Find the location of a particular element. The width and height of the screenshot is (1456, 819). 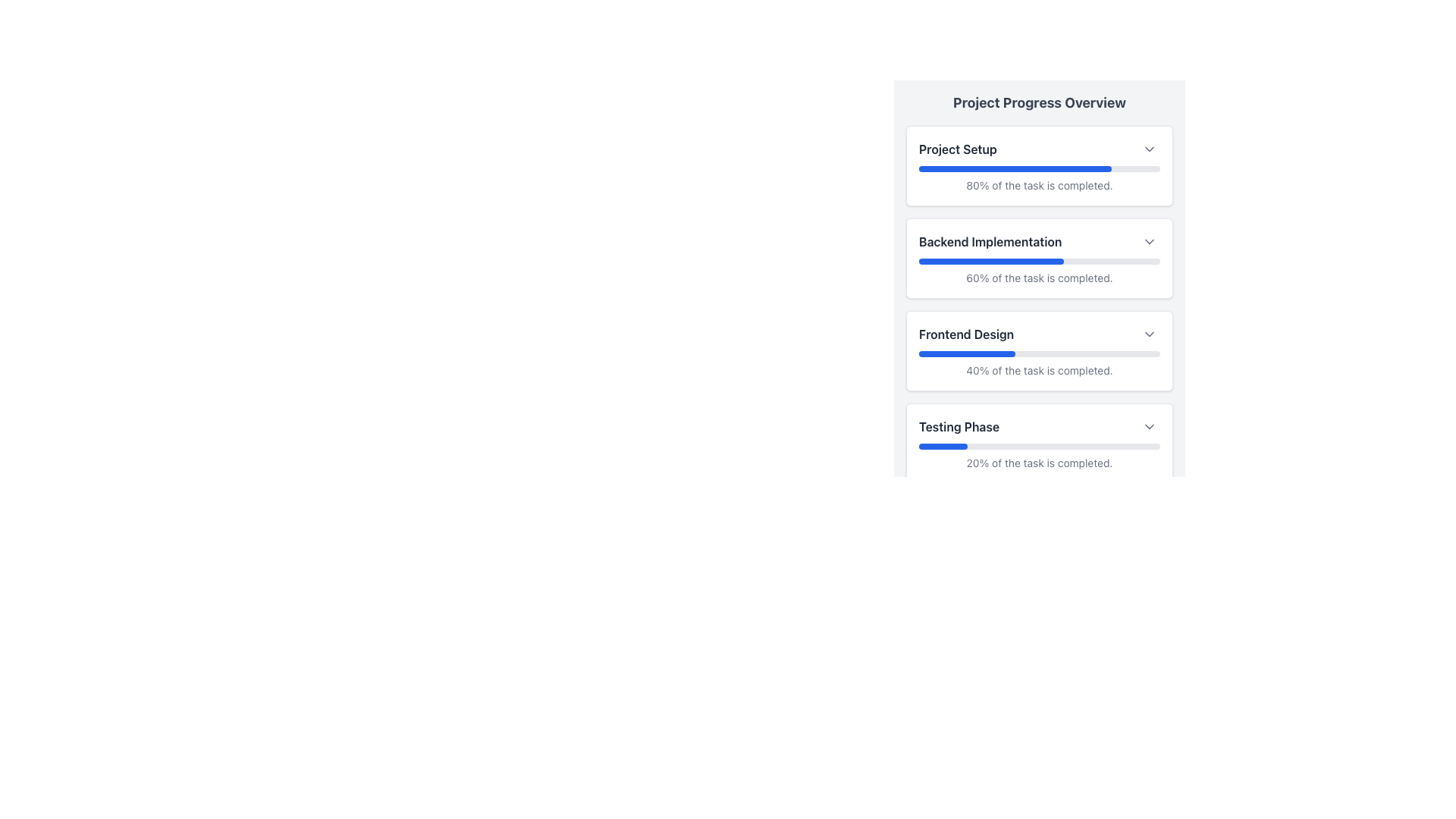

the Text Label that provides a textual progress update for the associated task, located beneath the blue progress bar in the 'Backend Implementation' section is located at coordinates (1039, 278).